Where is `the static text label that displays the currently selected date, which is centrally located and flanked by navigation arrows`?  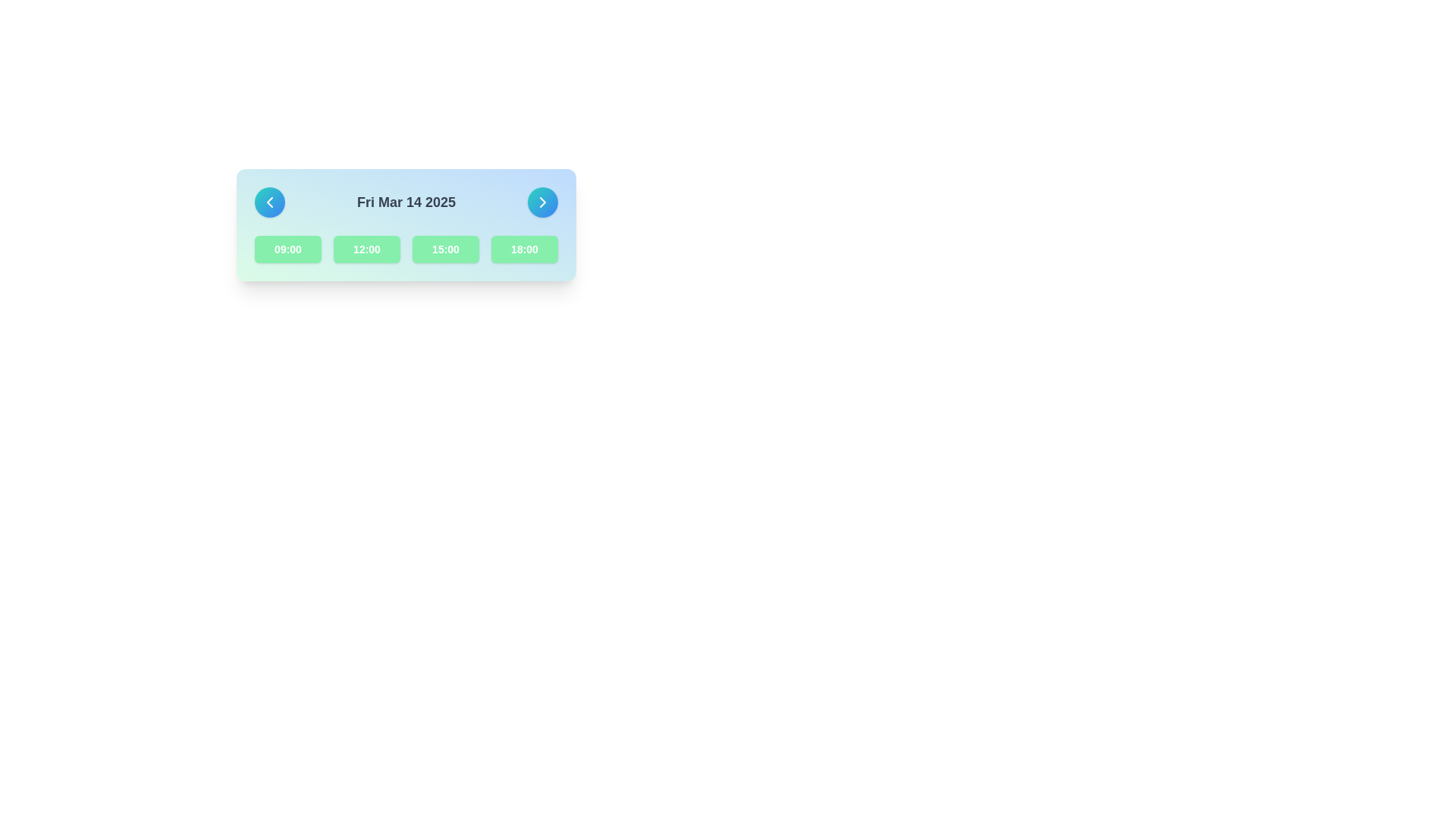
the static text label that displays the currently selected date, which is centrally located and flanked by navigation arrows is located at coordinates (406, 201).